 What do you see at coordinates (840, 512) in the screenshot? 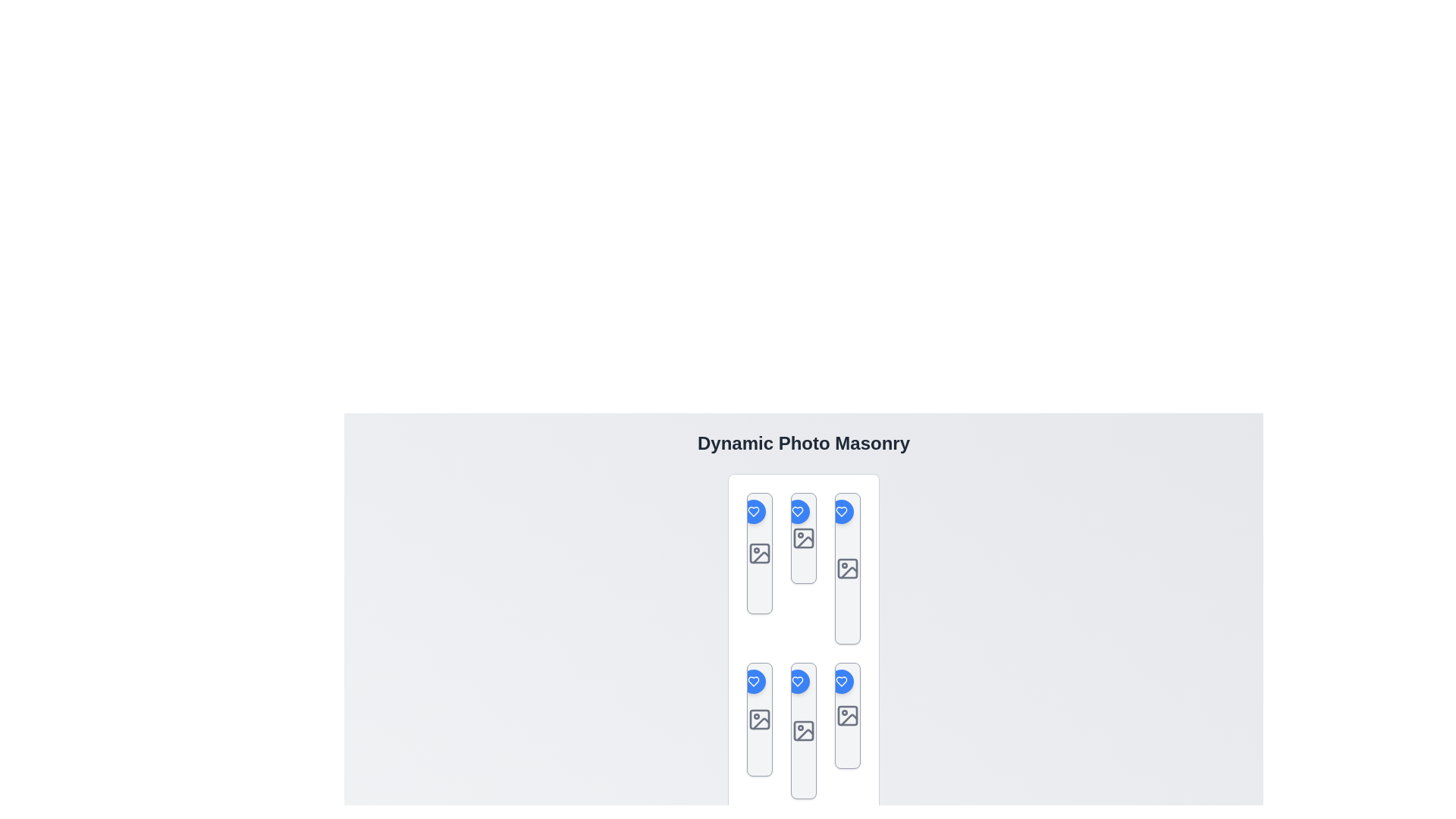
I see `the heart icon located` at bounding box center [840, 512].